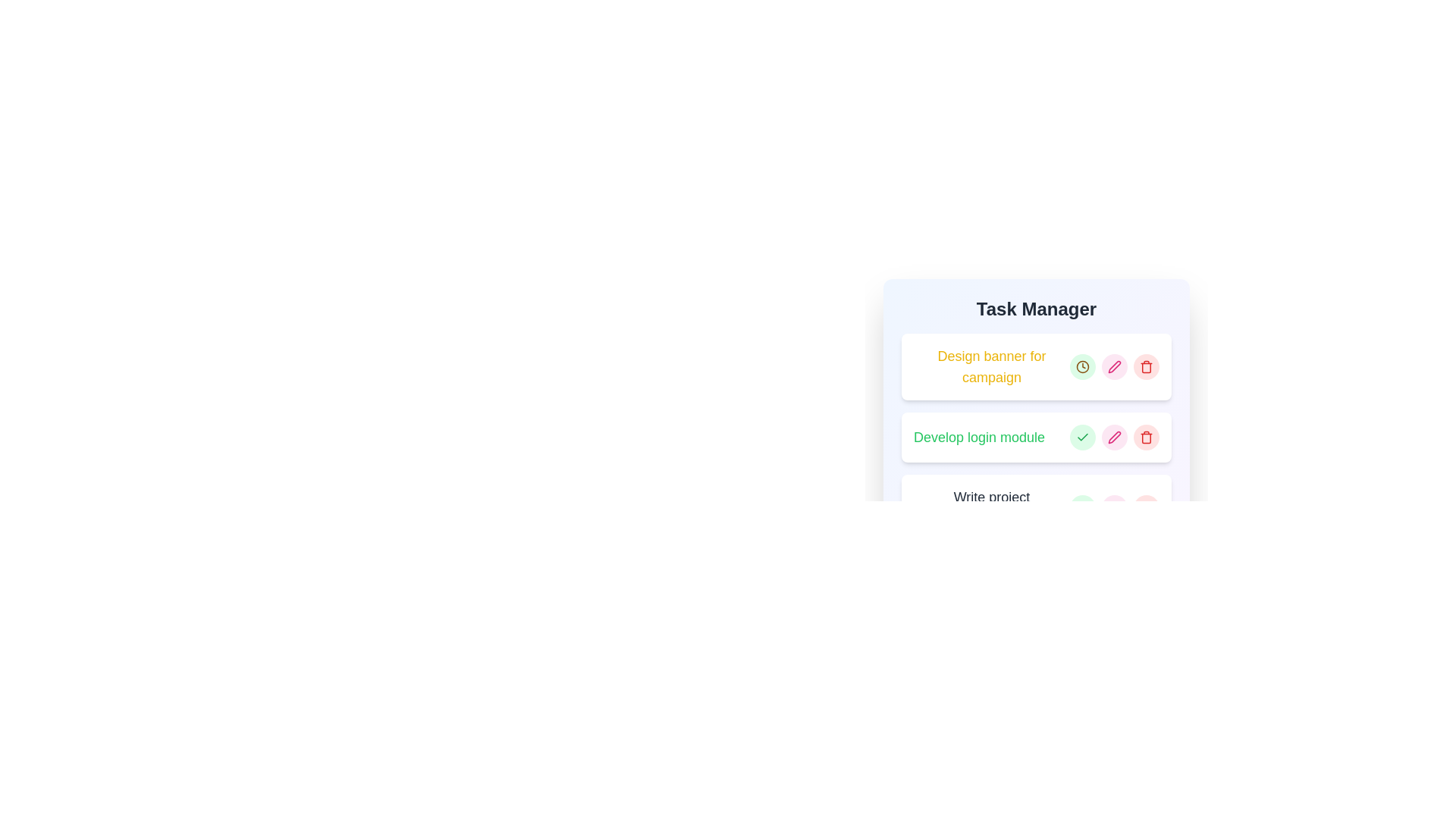 The image size is (1456, 819). Describe the element at coordinates (992, 366) in the screenshot. I see `the text label displaying 'Design banner for campaign', which is styled in yellow font and positioned at the leftmost side of the task card` at that location.